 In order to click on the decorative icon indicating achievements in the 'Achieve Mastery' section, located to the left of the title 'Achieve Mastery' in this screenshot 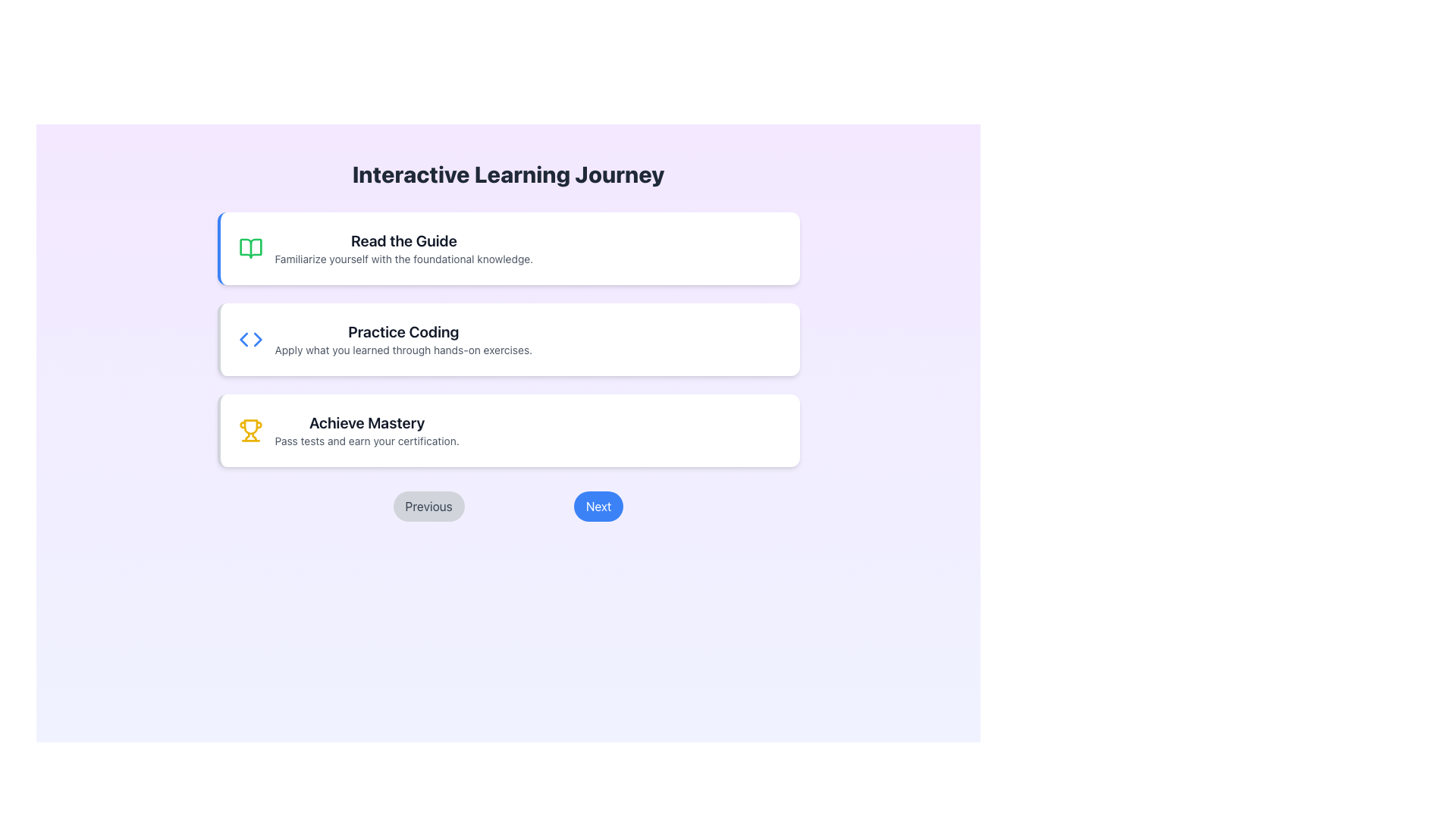, I will do `click(250, 430)`.